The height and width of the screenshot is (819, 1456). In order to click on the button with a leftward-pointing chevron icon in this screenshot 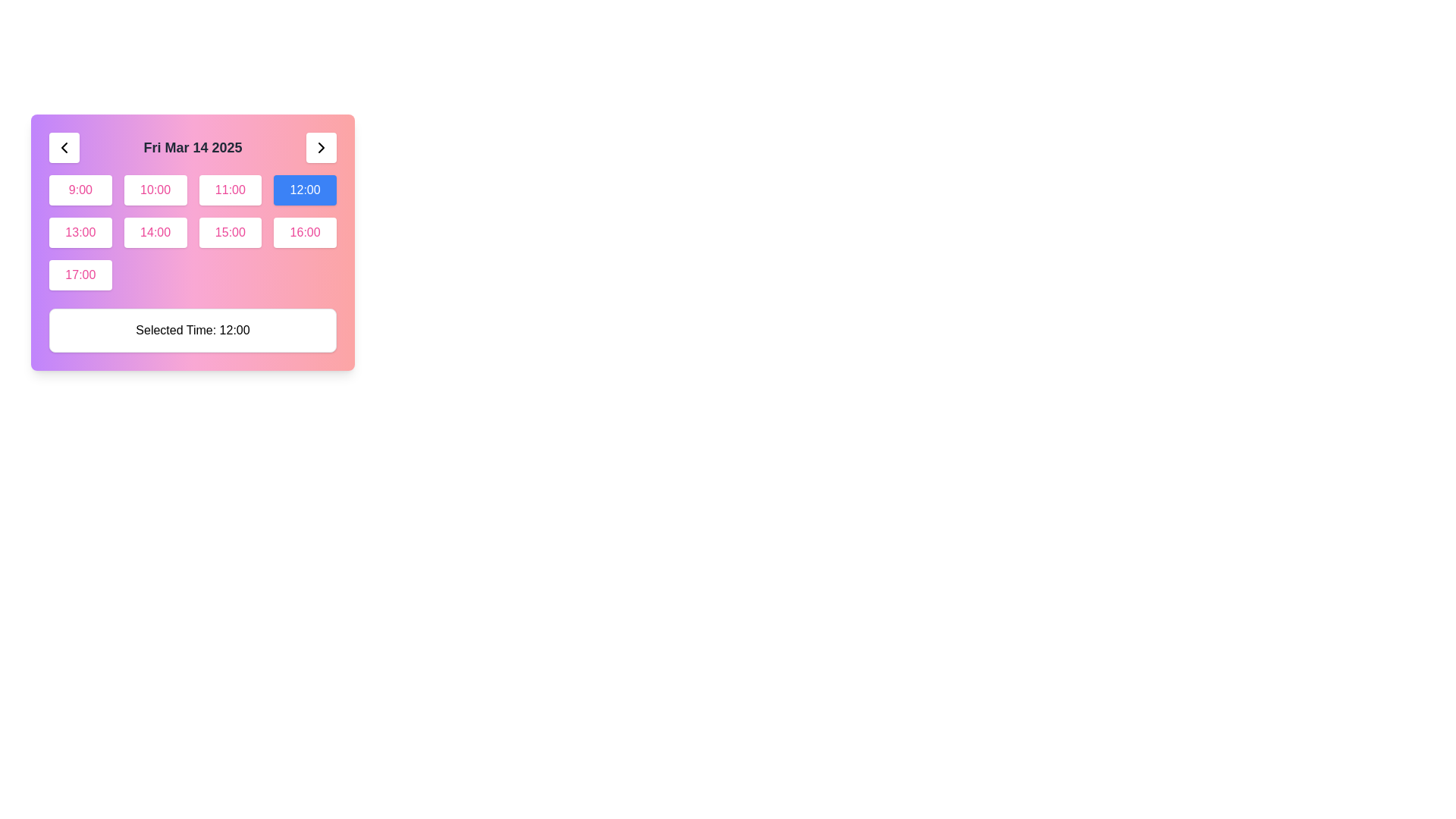, I will do `click(64, 148)`.